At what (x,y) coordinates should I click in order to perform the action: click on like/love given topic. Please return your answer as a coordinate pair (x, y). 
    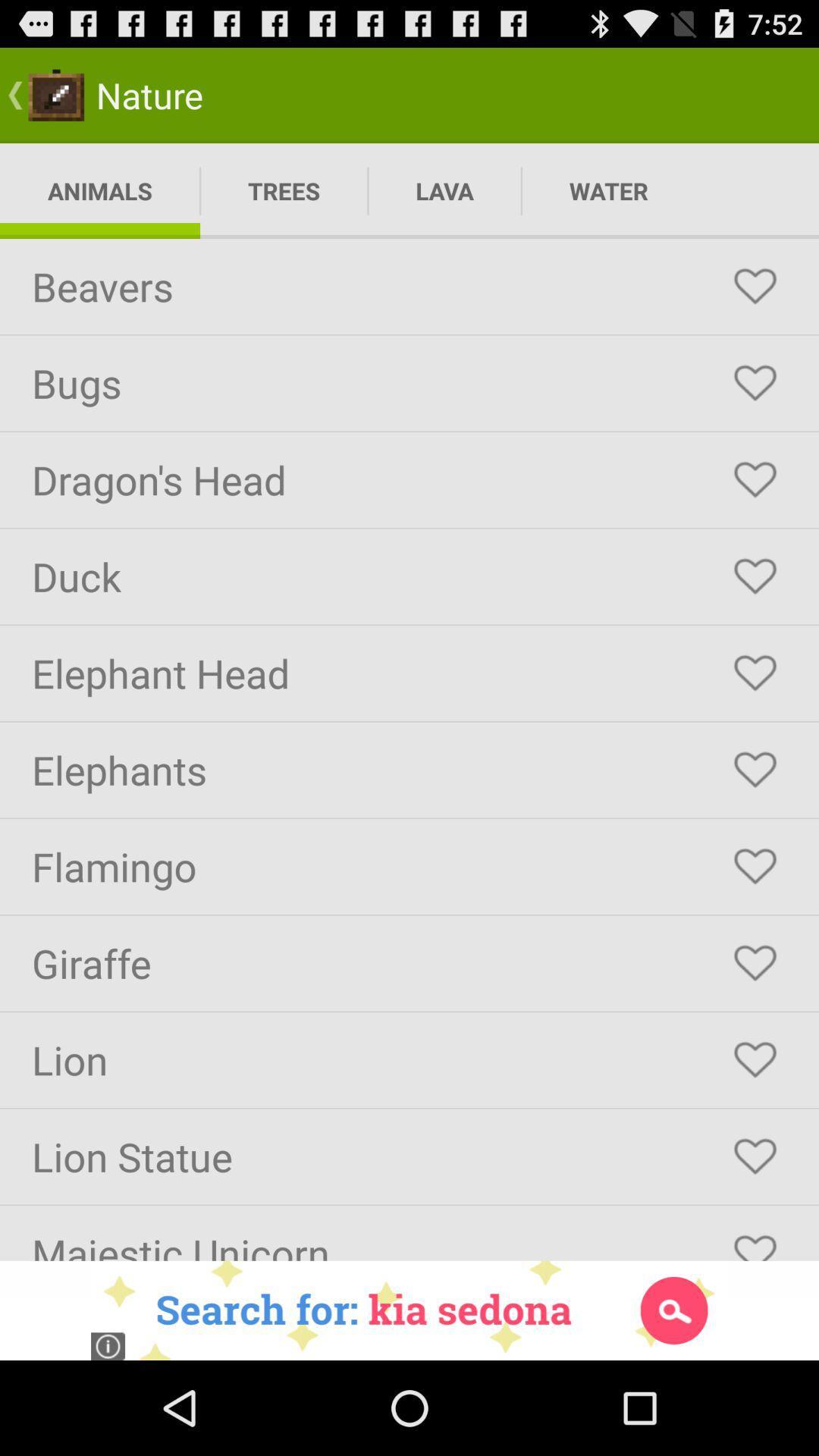
    Looking at the image, I should click on (755, 576).